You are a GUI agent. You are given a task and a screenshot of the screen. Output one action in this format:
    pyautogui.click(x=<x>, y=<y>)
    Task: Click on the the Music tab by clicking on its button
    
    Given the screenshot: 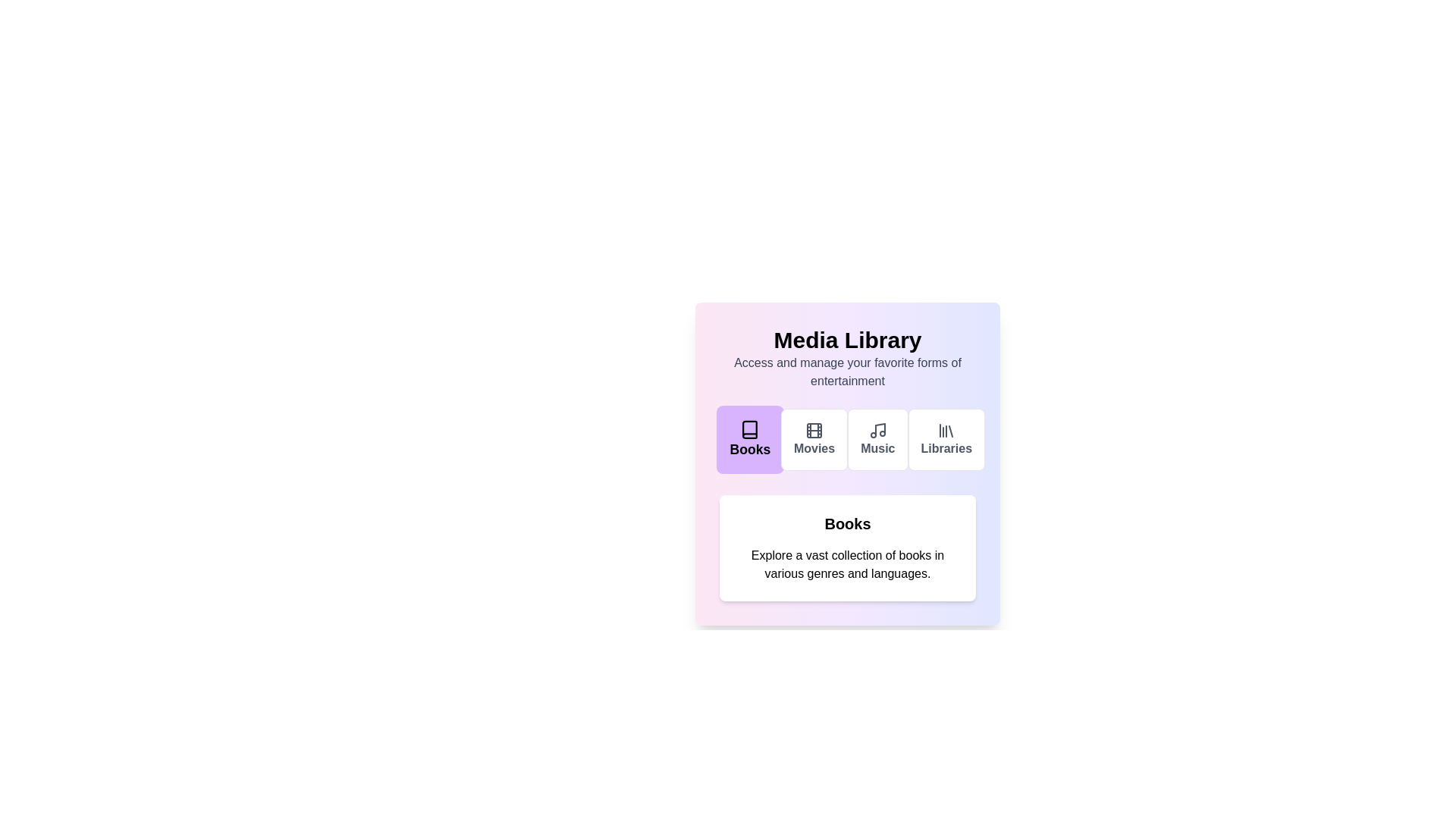 What is the action you would take?
    pyautogui.click(x=877, y=439)
    